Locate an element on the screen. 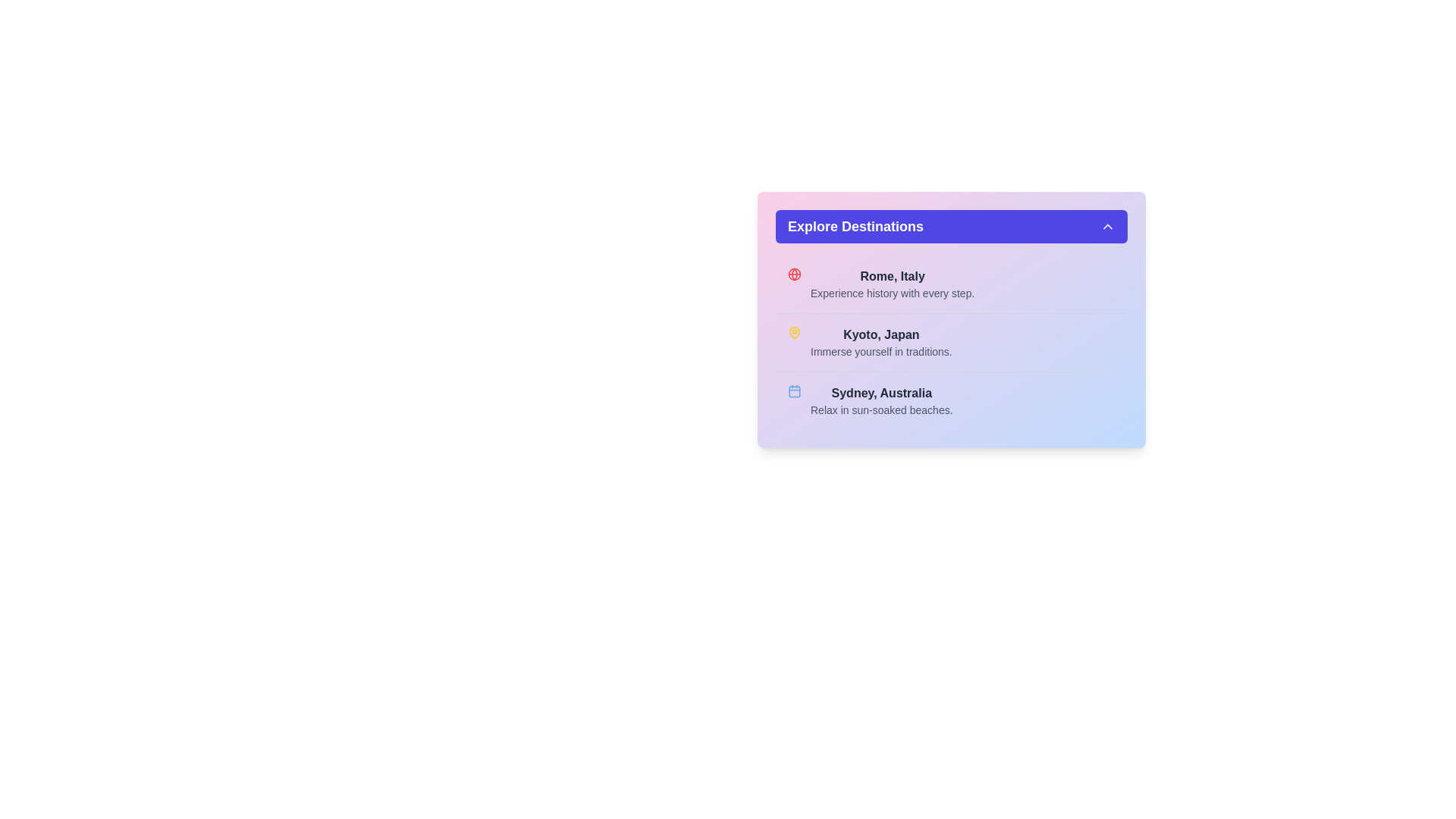  the 'Sydney, Australia' text label, which is styled in bold, dark-gray font and serves as a primary heading in a categorized list is located at coordinates (881, 393).